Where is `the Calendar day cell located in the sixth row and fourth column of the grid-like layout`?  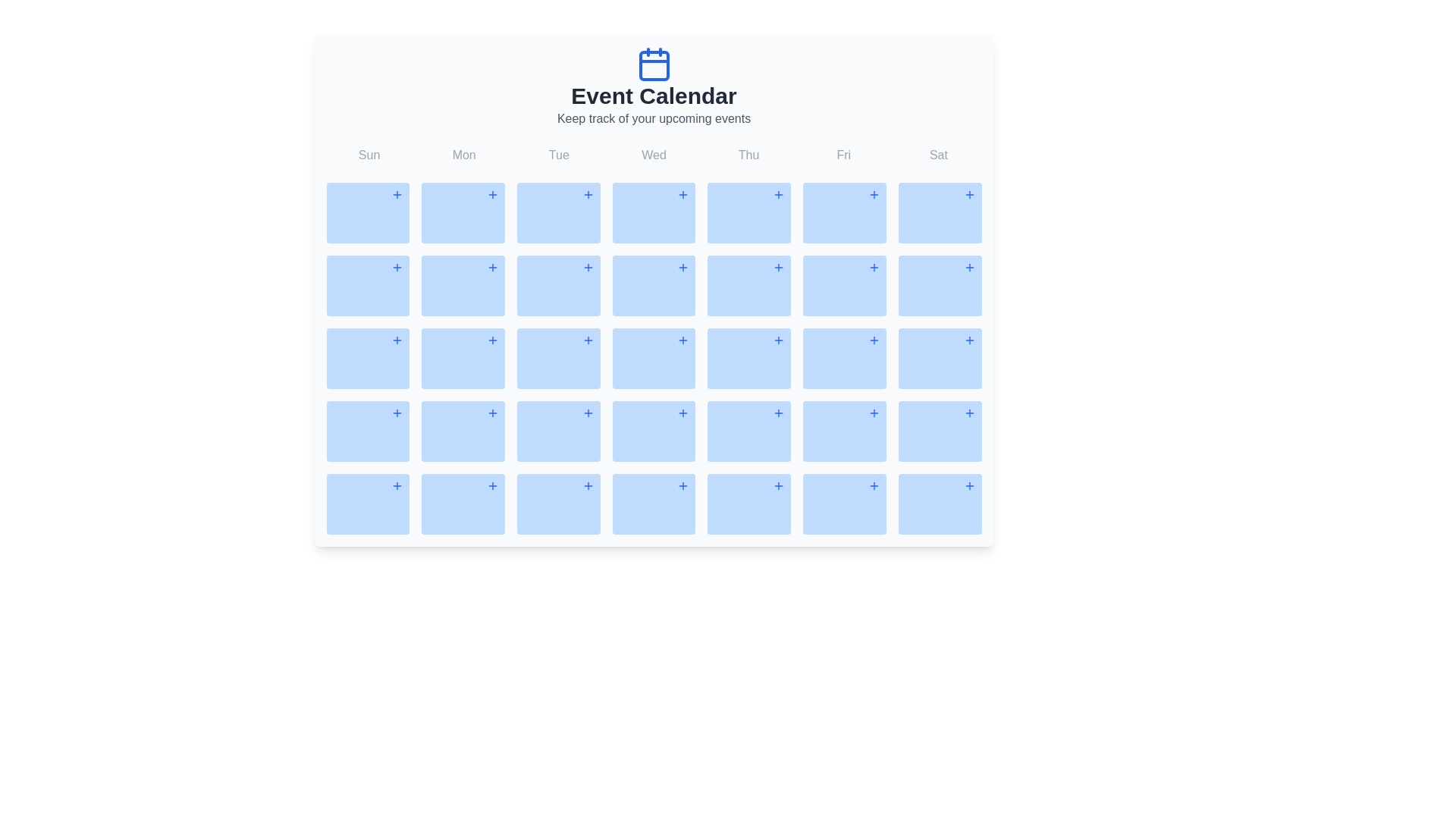 the Calendar day cell located in the sixth row and fourth column of the grid-like layout is located at coordinates (749, 431).